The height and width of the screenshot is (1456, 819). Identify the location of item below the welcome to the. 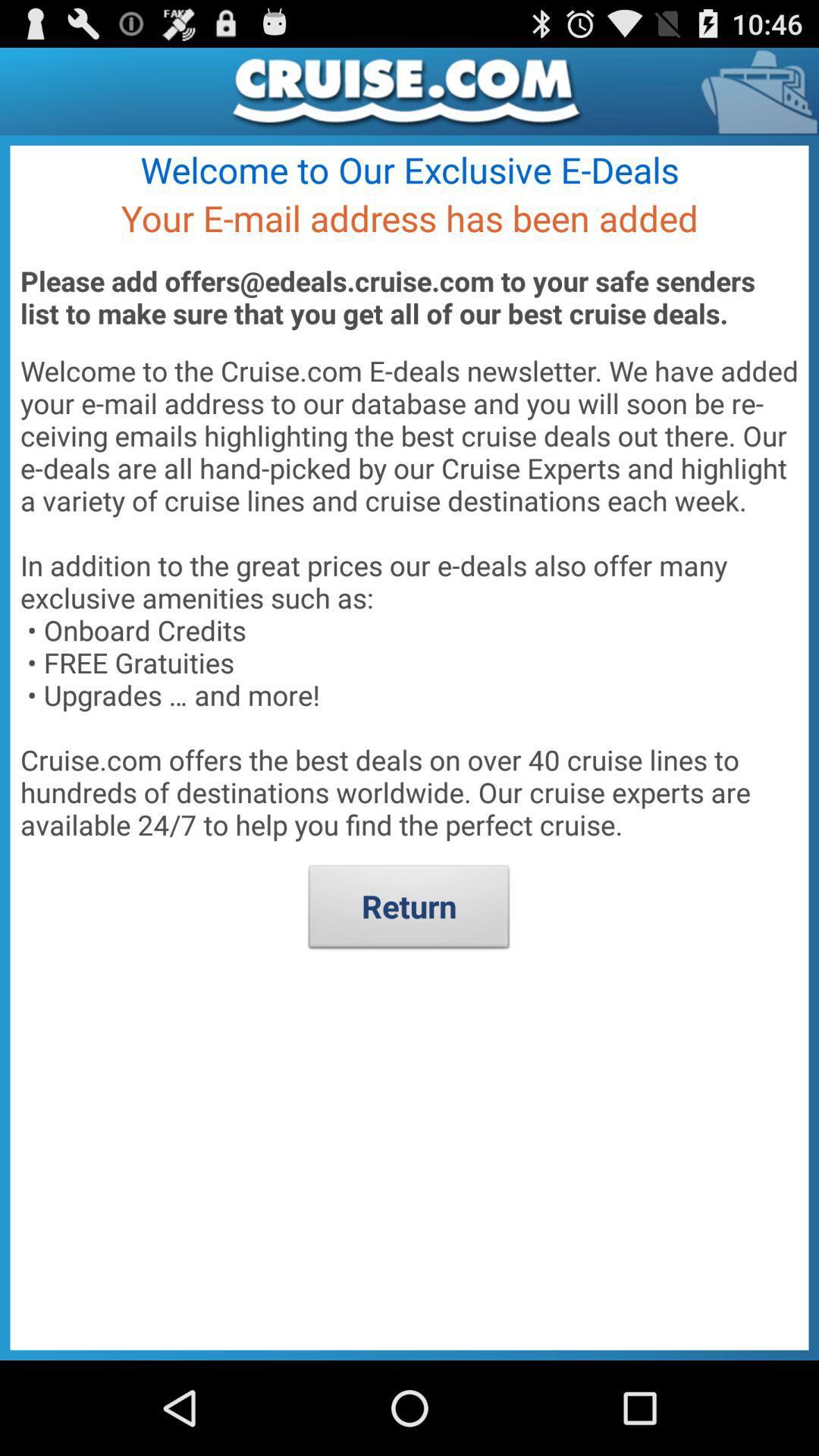
(408, 910).